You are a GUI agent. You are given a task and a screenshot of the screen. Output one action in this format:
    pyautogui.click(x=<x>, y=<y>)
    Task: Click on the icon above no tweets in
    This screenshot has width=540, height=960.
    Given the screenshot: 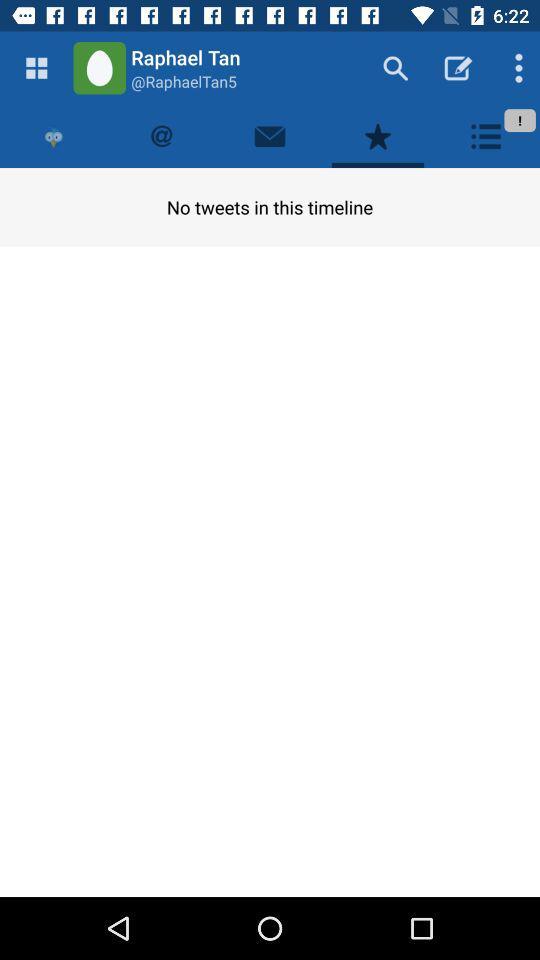 What is the action you would take?
    pyautogui.click(x=378, y=135)
    